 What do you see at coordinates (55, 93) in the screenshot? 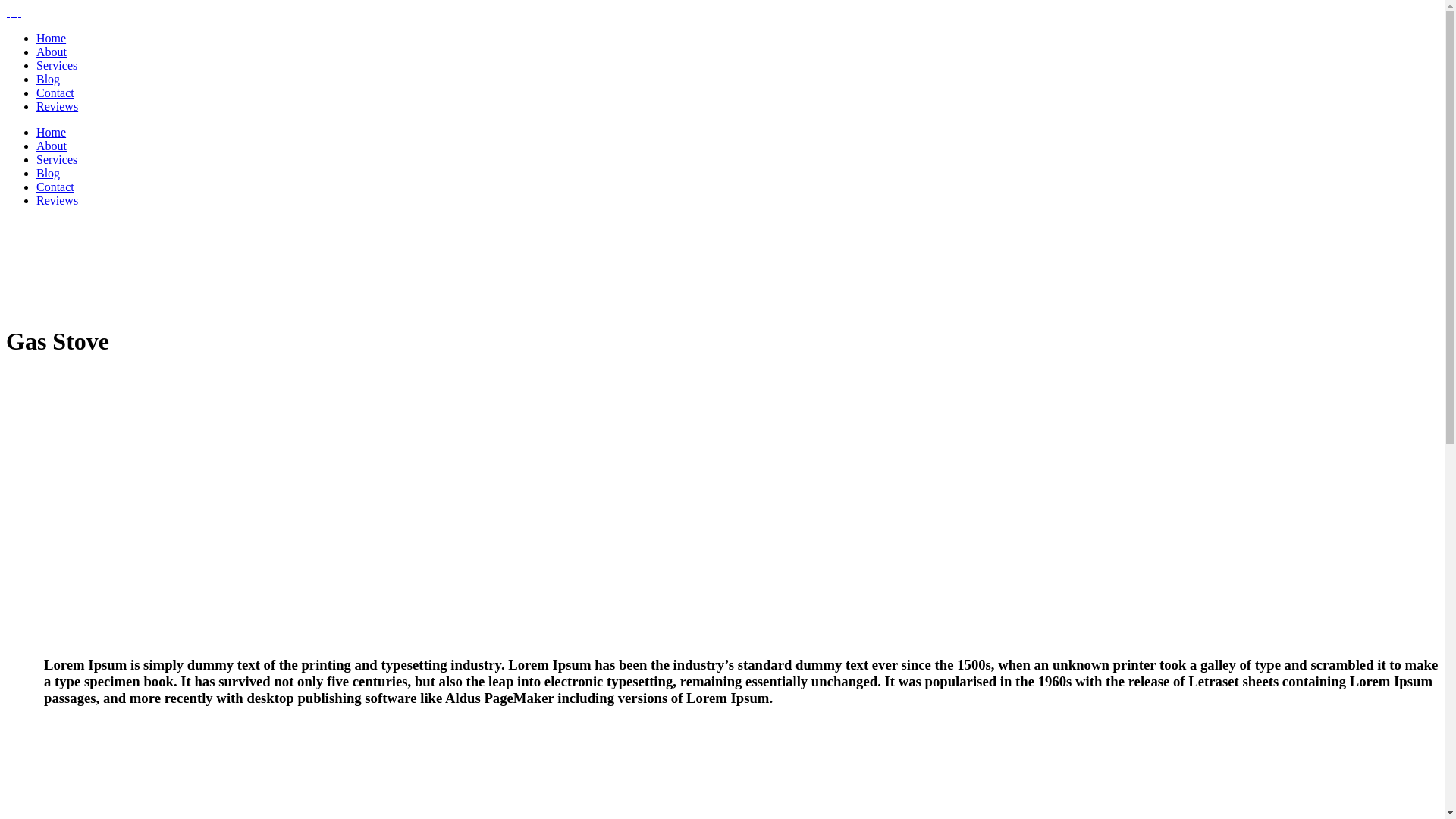
I see `'Contact'` at bounding box center [55, 93].